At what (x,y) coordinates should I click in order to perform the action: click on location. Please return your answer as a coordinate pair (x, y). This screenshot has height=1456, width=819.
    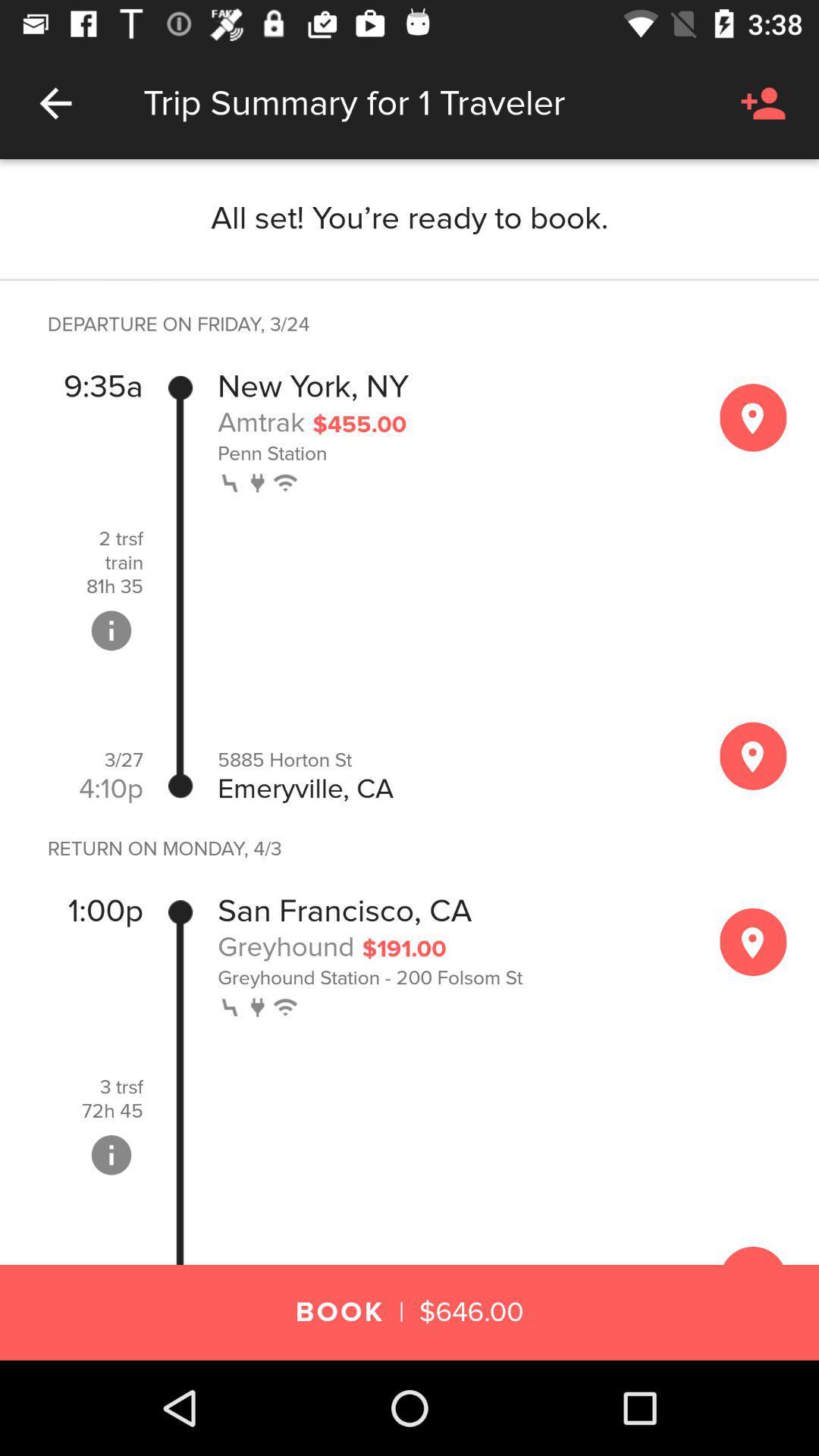
    Looking at the image, I should click on (753, 756).